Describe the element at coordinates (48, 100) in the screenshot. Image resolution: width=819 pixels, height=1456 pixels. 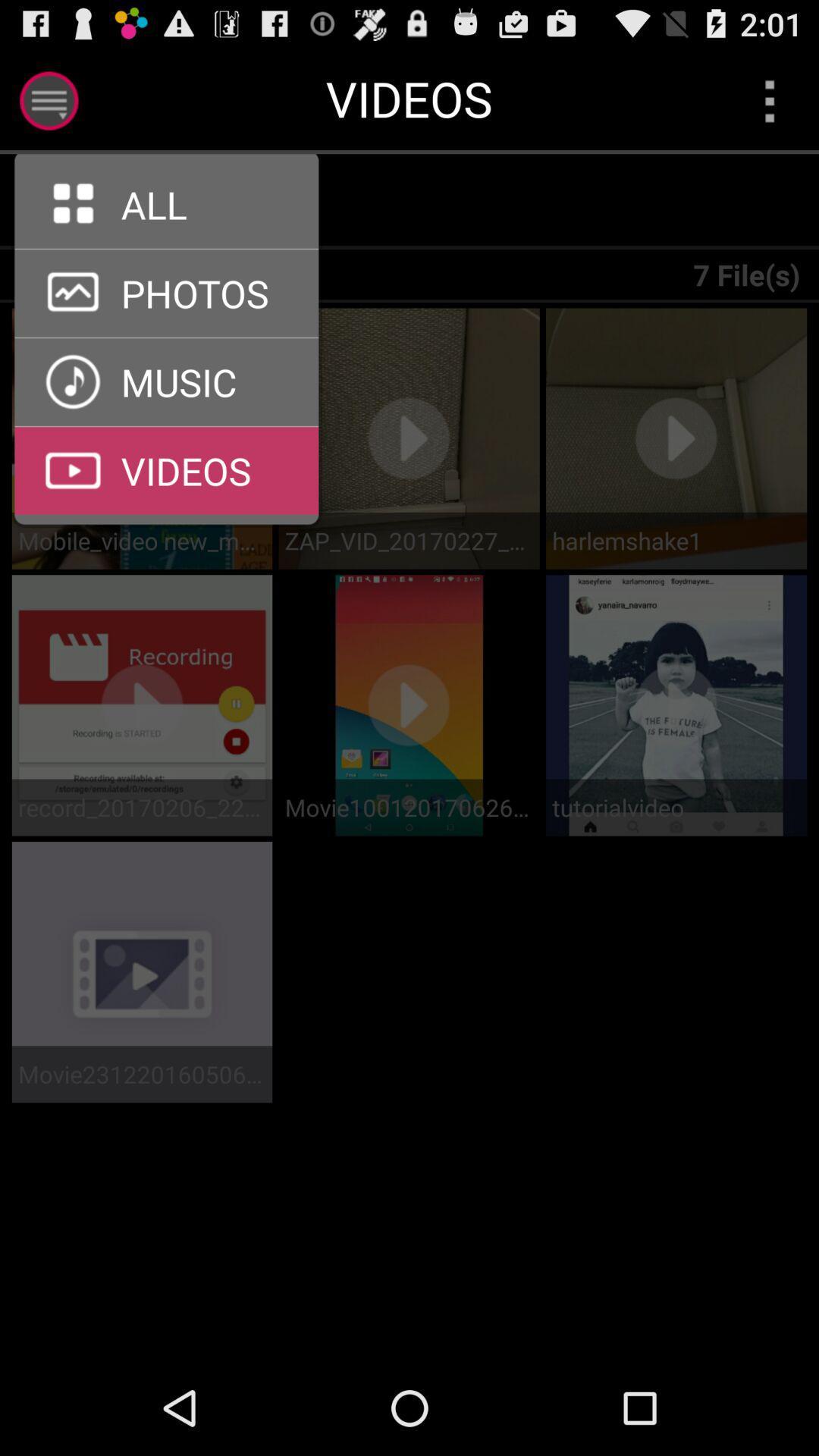
I see `the option` at that location.